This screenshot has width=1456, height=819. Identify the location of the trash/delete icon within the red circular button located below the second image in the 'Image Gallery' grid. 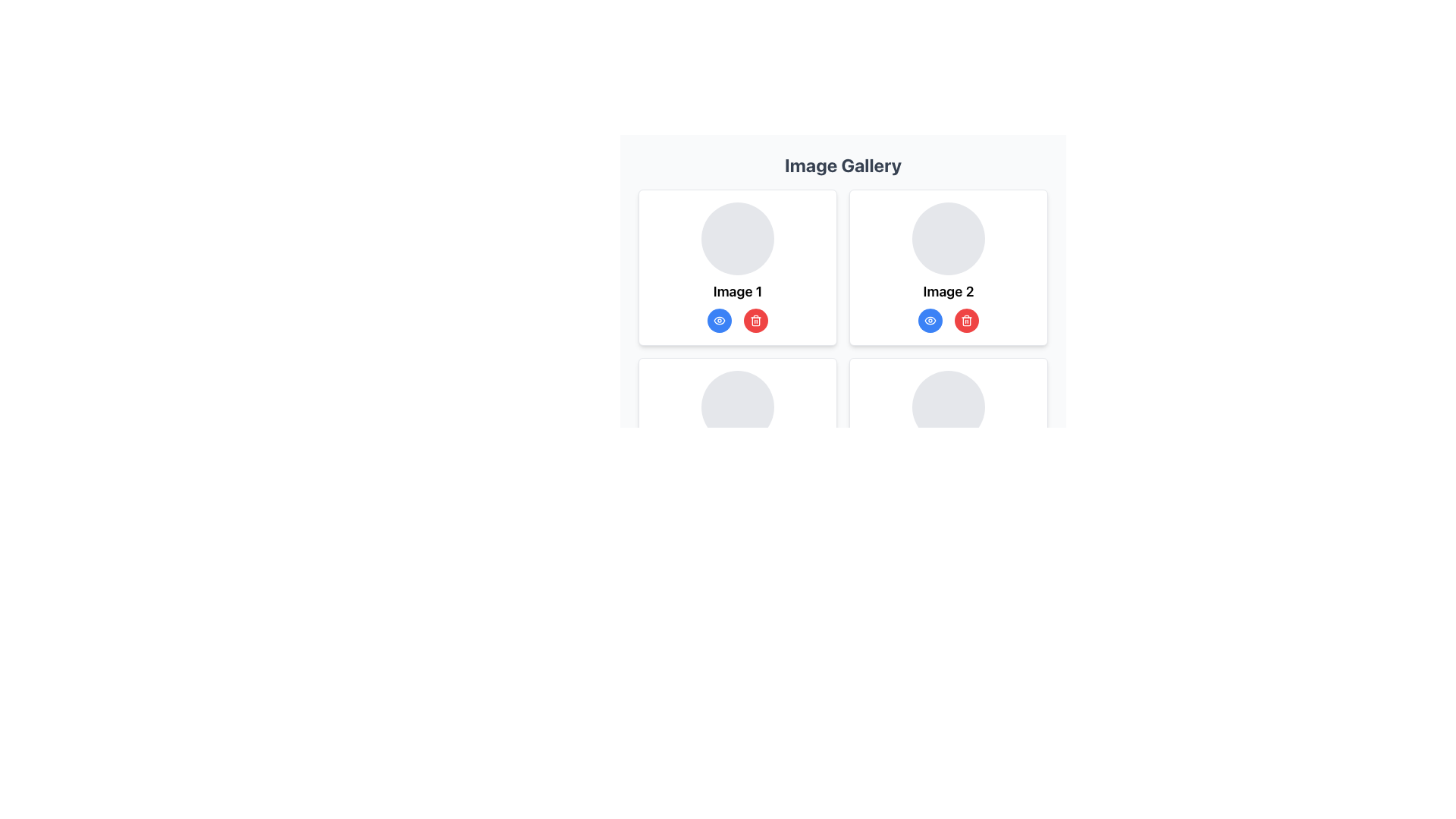
(966, 320).